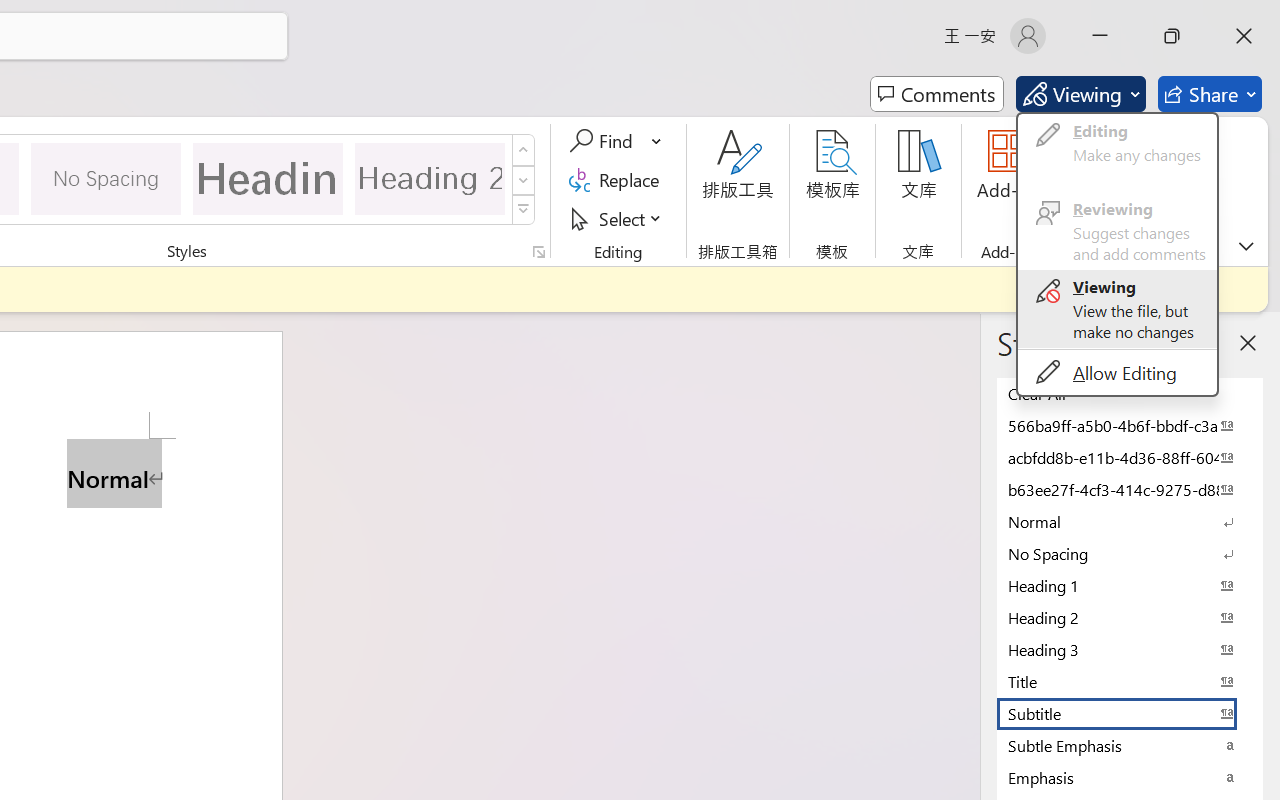 The height and width of the screenshot is (800, 1280). What do you see at coordinates (429, 177) in the screenshot?
I see `'Heading 2'` at bounding box center [429, 177].